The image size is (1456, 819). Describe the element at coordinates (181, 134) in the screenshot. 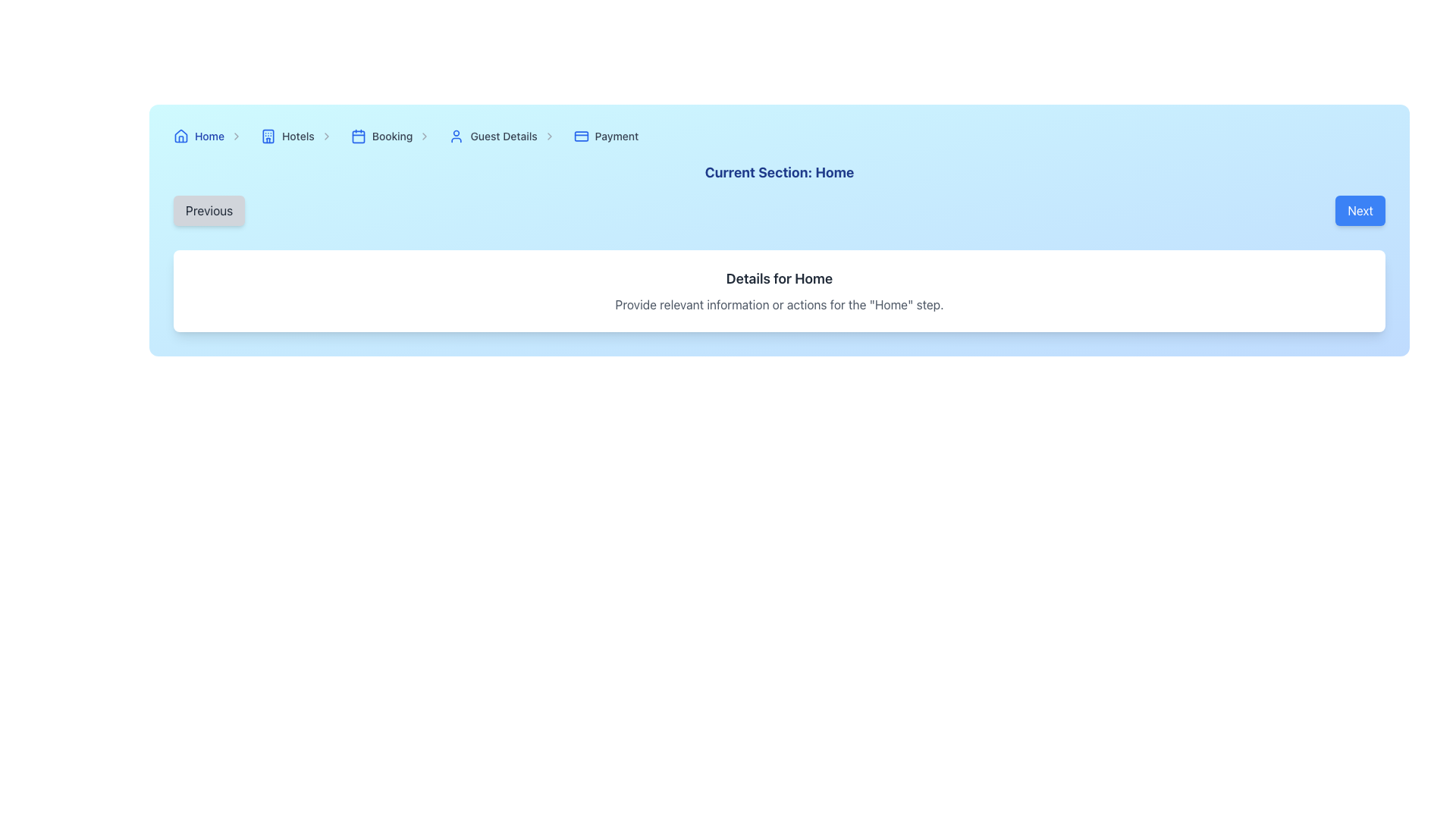

I see `the house icon located at the far-left side of the breadcrumb navigation bar` at that location.